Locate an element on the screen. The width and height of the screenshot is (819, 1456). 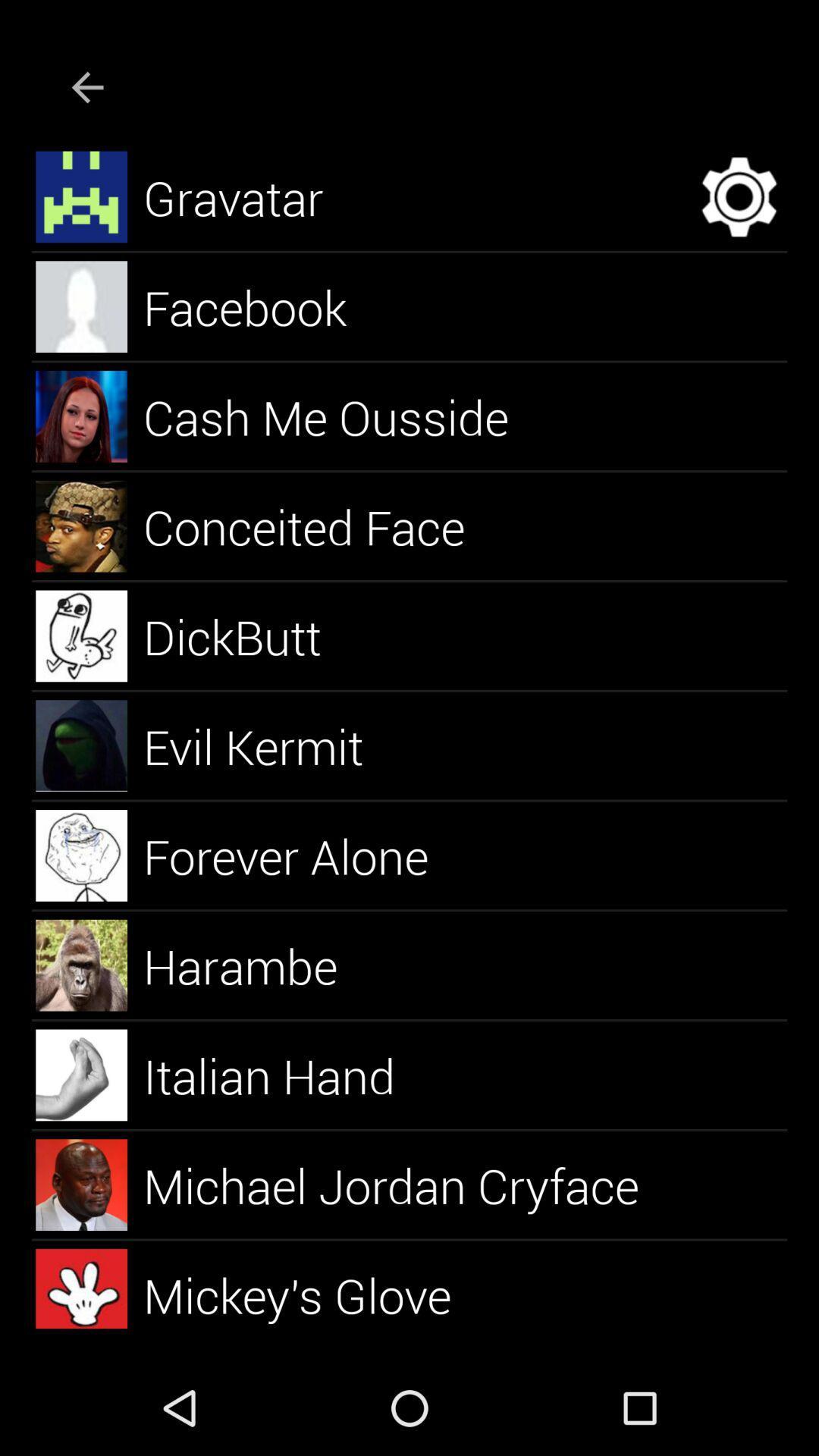
the evil kermit is located at coordinates (270, 745).